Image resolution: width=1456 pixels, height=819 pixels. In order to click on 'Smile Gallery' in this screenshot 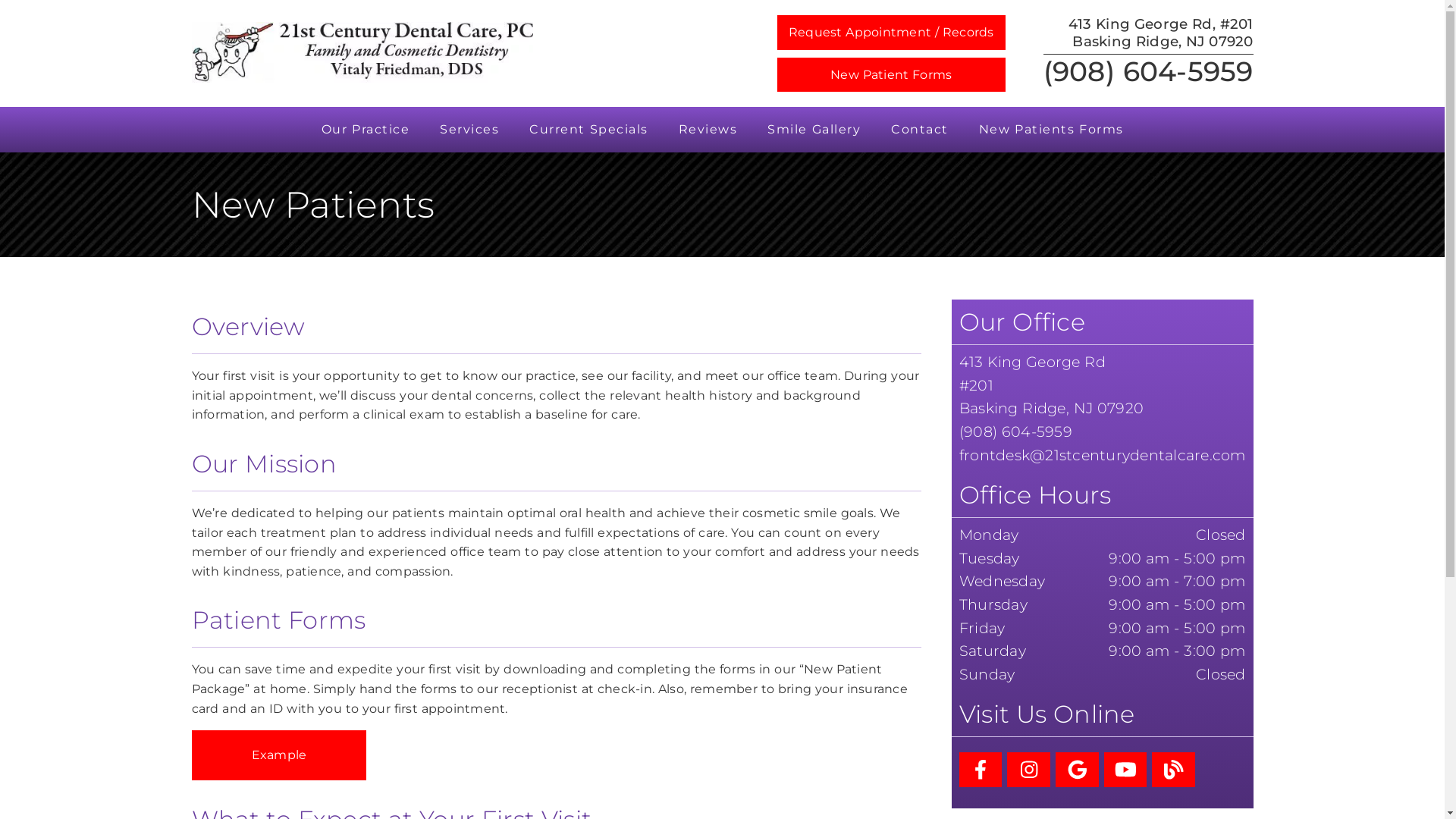, I will do `click(813, 128)`.